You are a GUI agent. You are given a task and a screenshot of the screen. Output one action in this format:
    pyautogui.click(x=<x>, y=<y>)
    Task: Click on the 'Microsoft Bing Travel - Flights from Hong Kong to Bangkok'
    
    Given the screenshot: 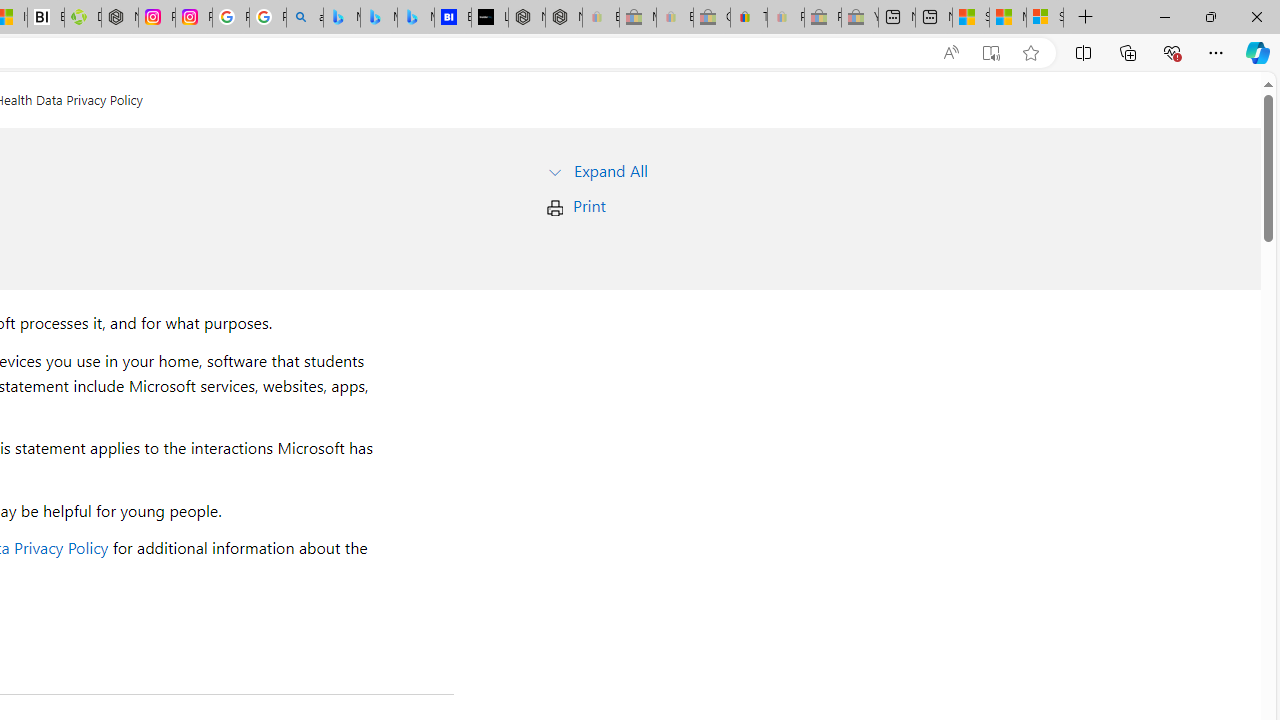 What is the action you would take?
    pyautogui.click(x=341, y=17)
    